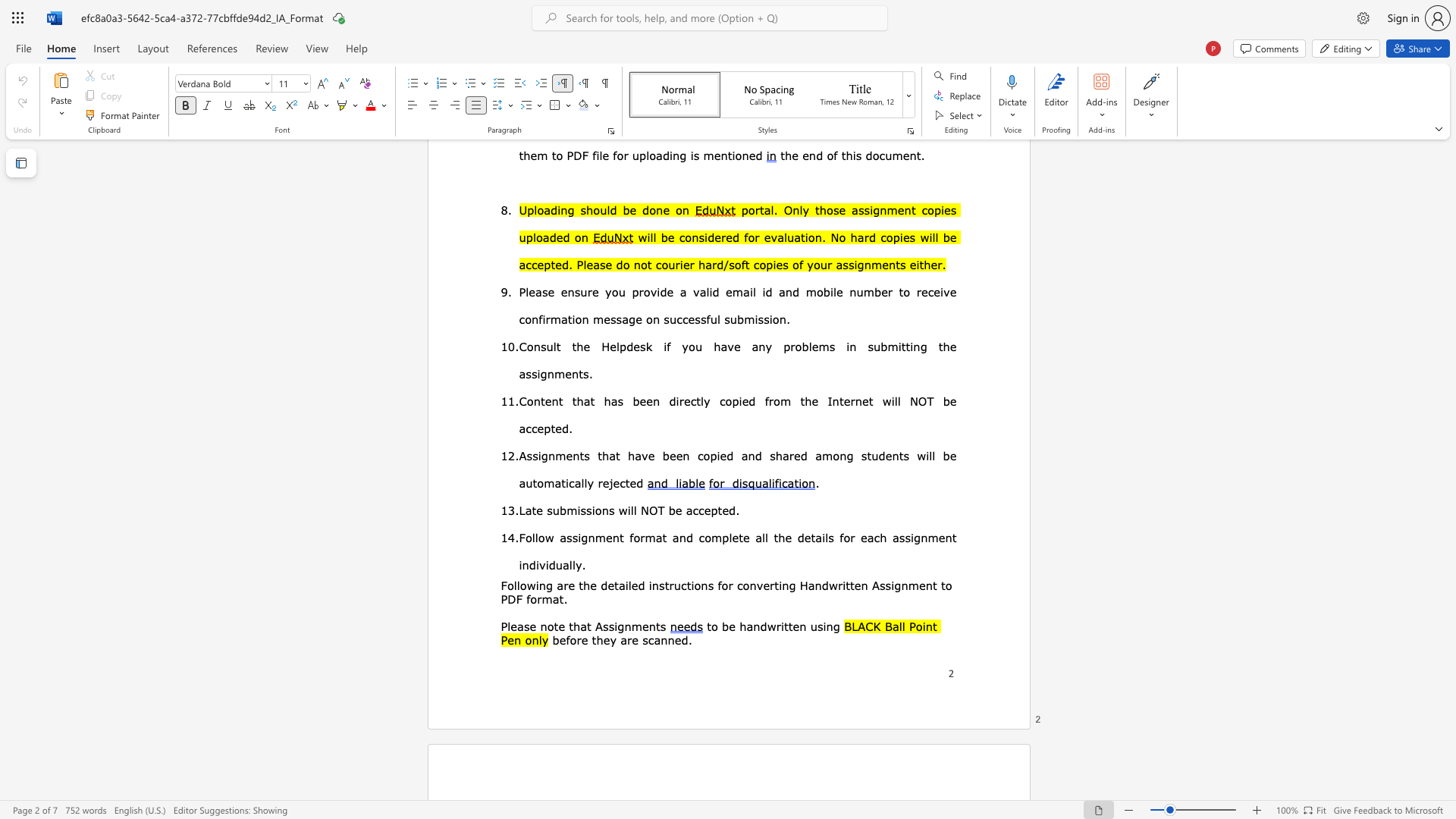 The width and height of the screenshot is (1456, 819). I want to click on the subset text "hared among stu" within the text "Assignments that have been copied and shared among students will be automatically rejected", so click(775, 455).